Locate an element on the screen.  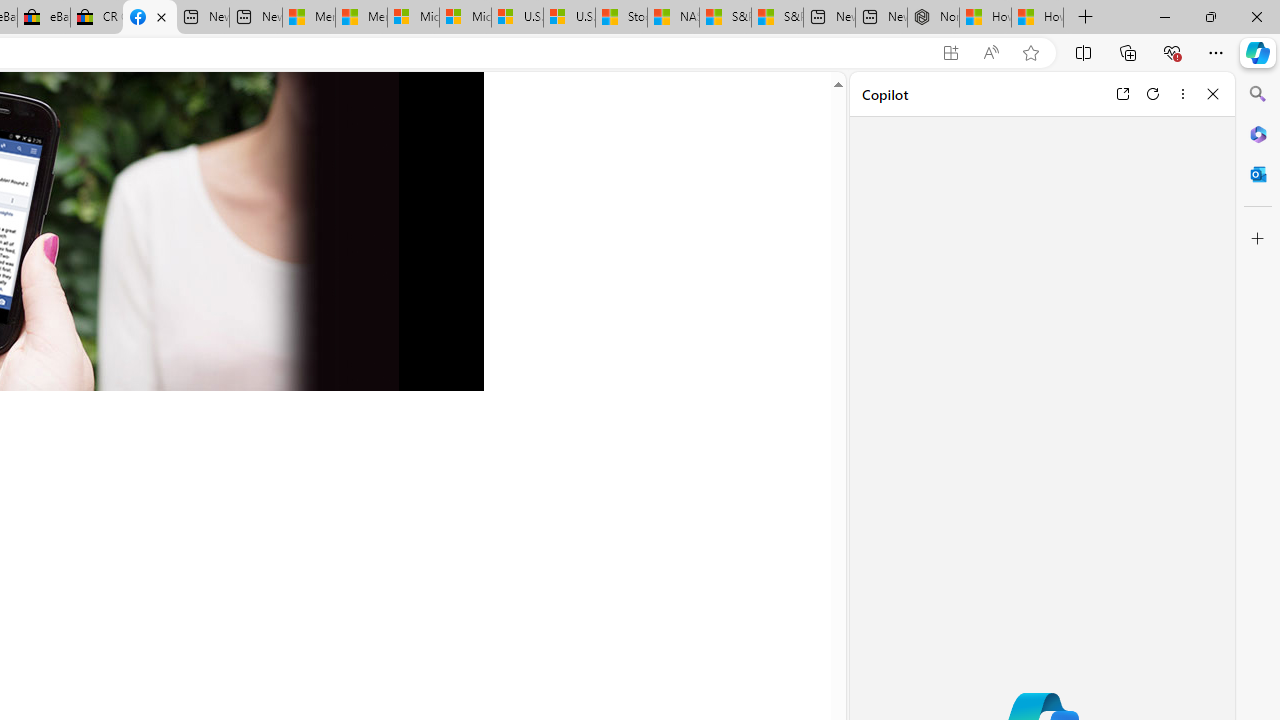
'S&P 500, Nasdaq end lower, weighed by Nvidia dip | Watch' is located at coordinates (775, 17).